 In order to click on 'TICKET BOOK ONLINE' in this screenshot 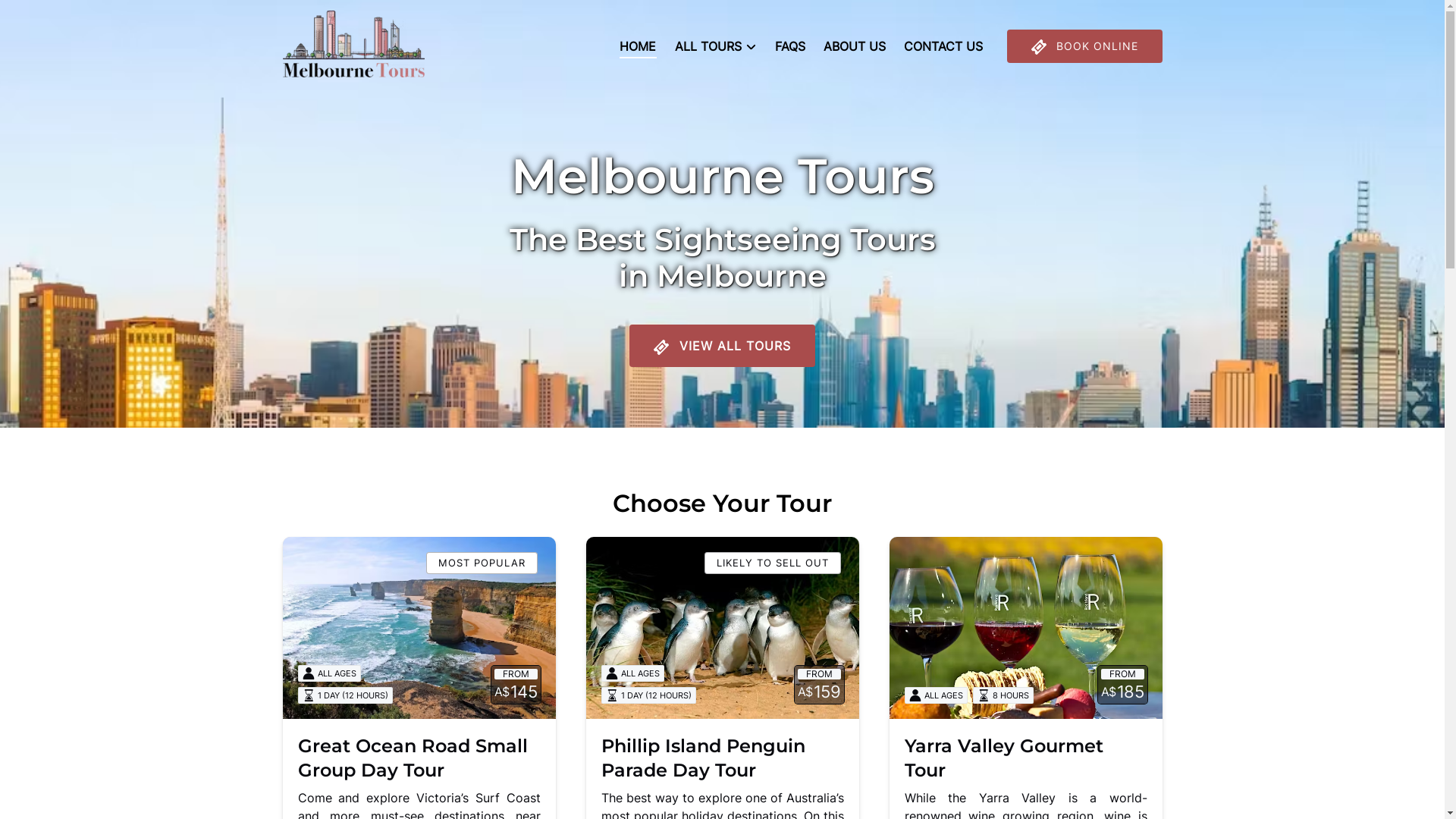, I will do `click(1084, 45)`.